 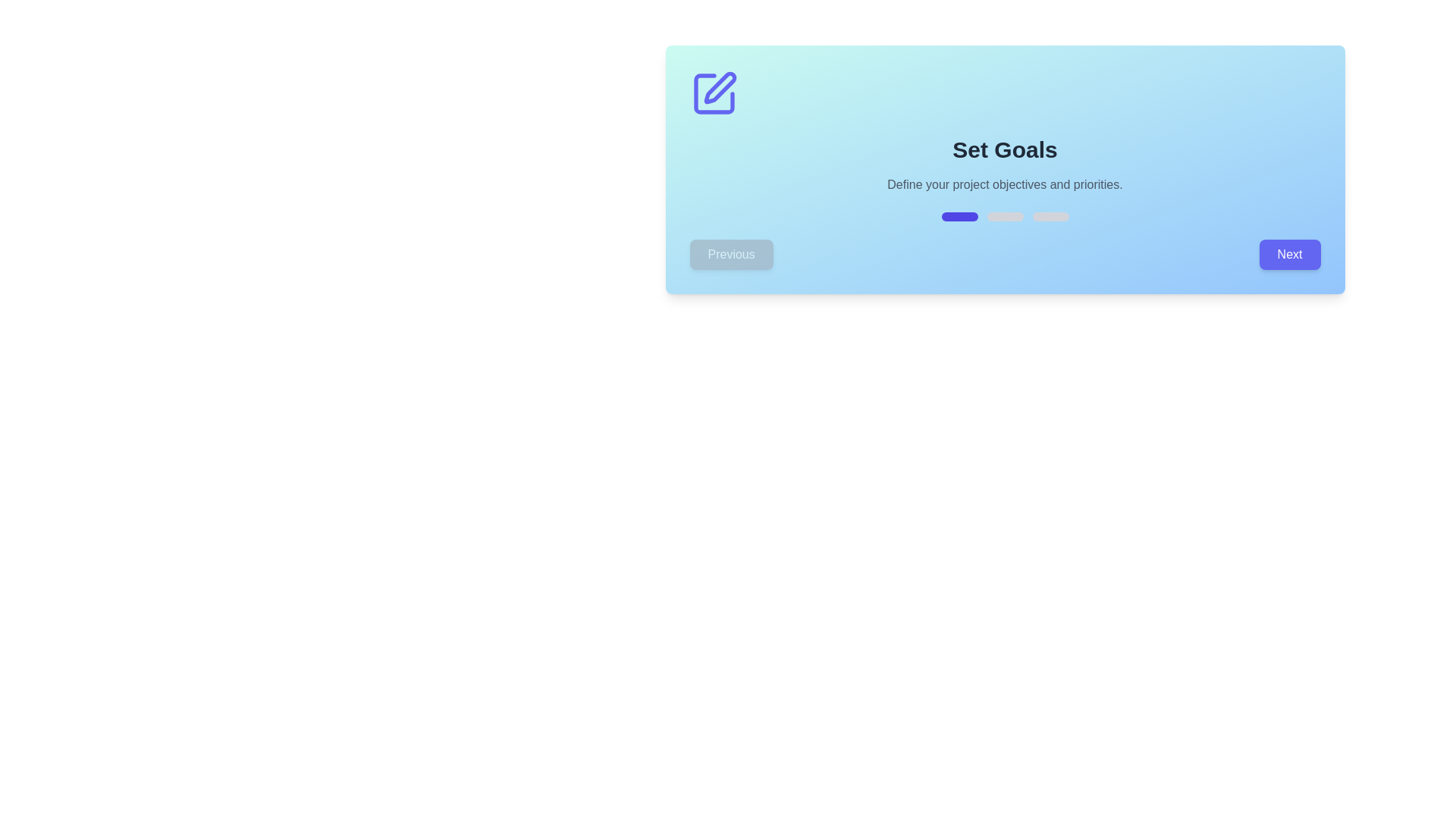 I want to click on the Previous button to navigate, so click(x=731, y=253).